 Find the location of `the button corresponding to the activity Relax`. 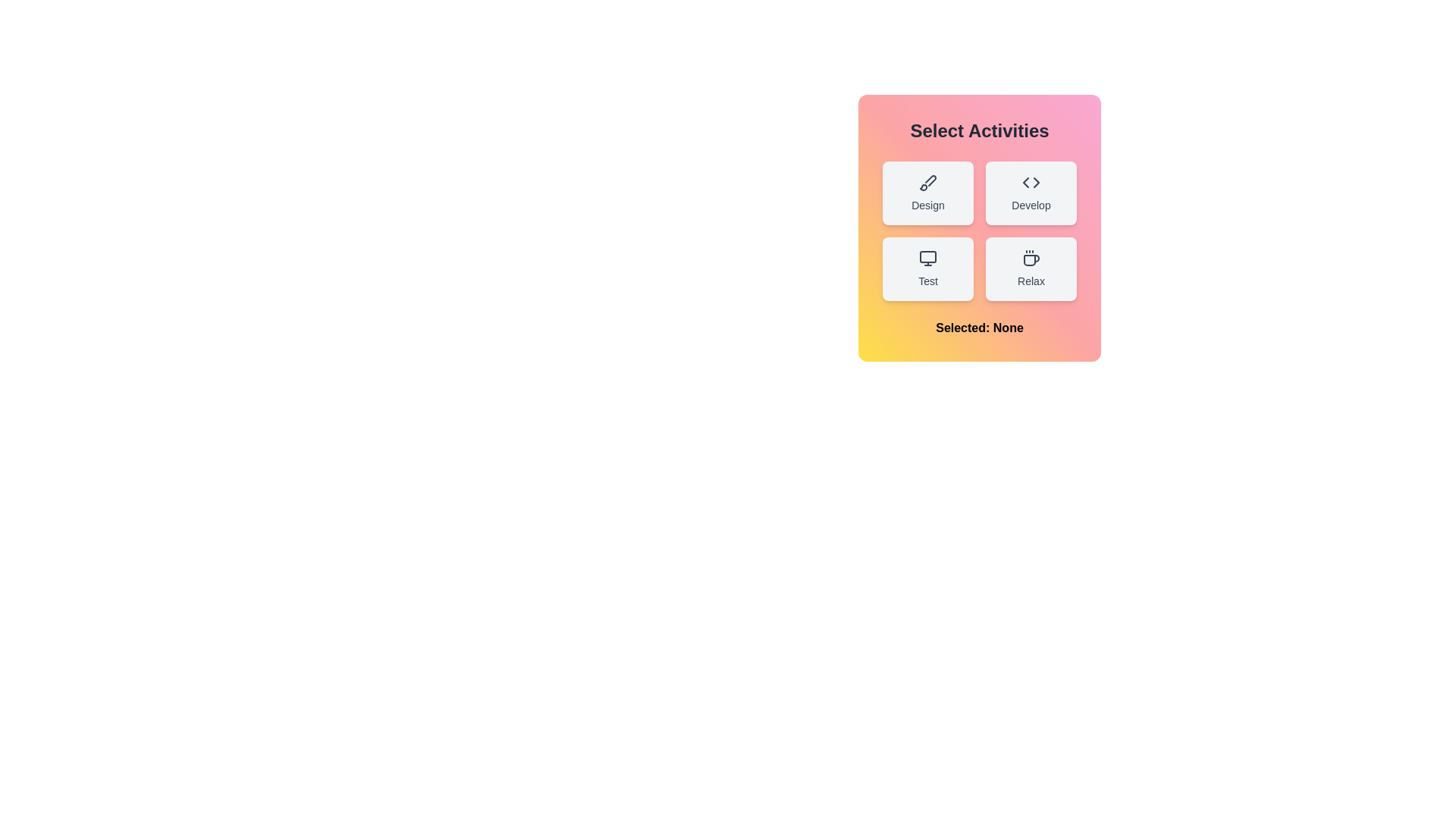

the button corresponding to the activity Relax is located at coordinates (1031, 268).